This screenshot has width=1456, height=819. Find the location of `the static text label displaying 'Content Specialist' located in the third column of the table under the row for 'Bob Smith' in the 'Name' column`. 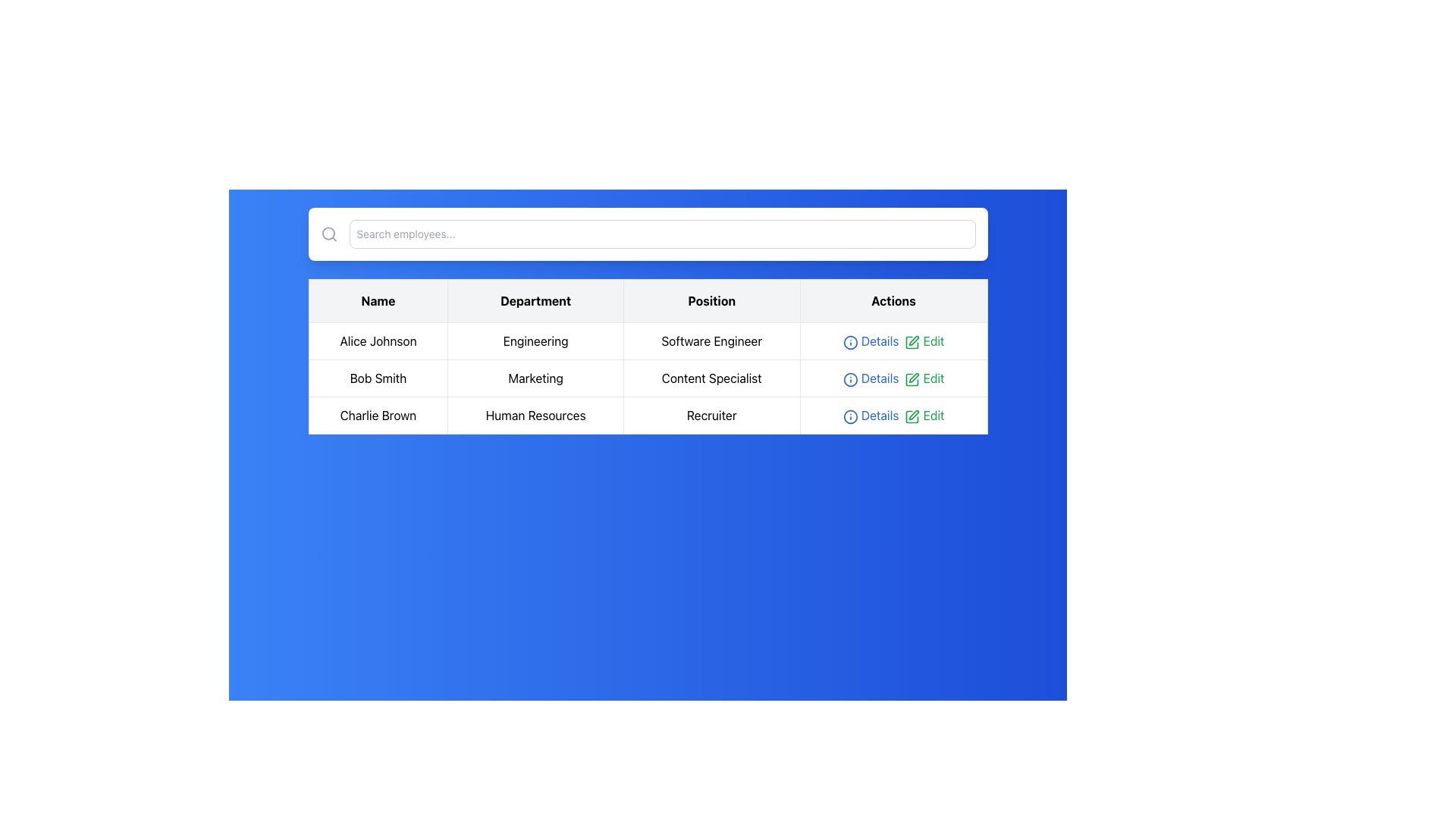

the static text label displaying 'Content Specialist' located in the third column of the table under the row for 'Bob Smith' in the 'Name' column is located at coordinates (711, 377).